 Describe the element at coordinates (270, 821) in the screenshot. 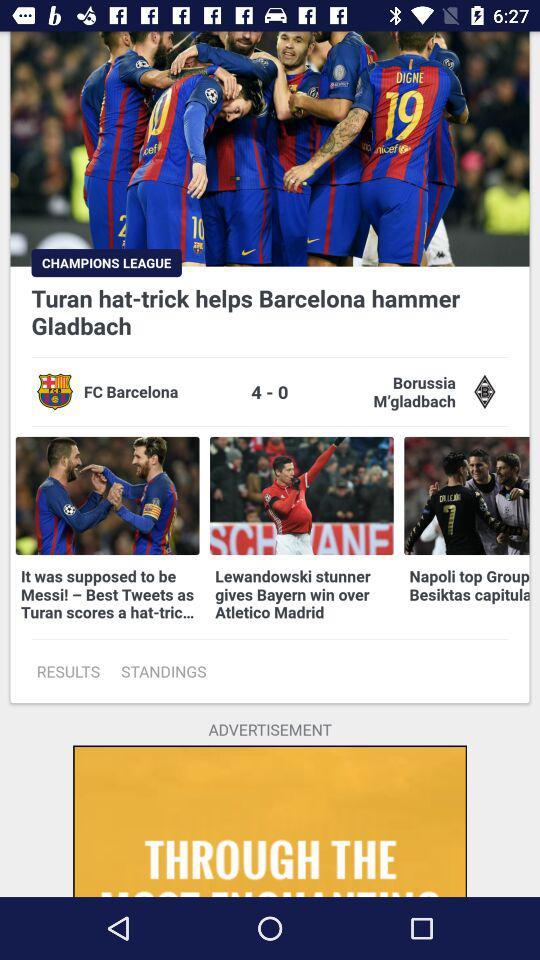

I see `link to advertisement` at that location.